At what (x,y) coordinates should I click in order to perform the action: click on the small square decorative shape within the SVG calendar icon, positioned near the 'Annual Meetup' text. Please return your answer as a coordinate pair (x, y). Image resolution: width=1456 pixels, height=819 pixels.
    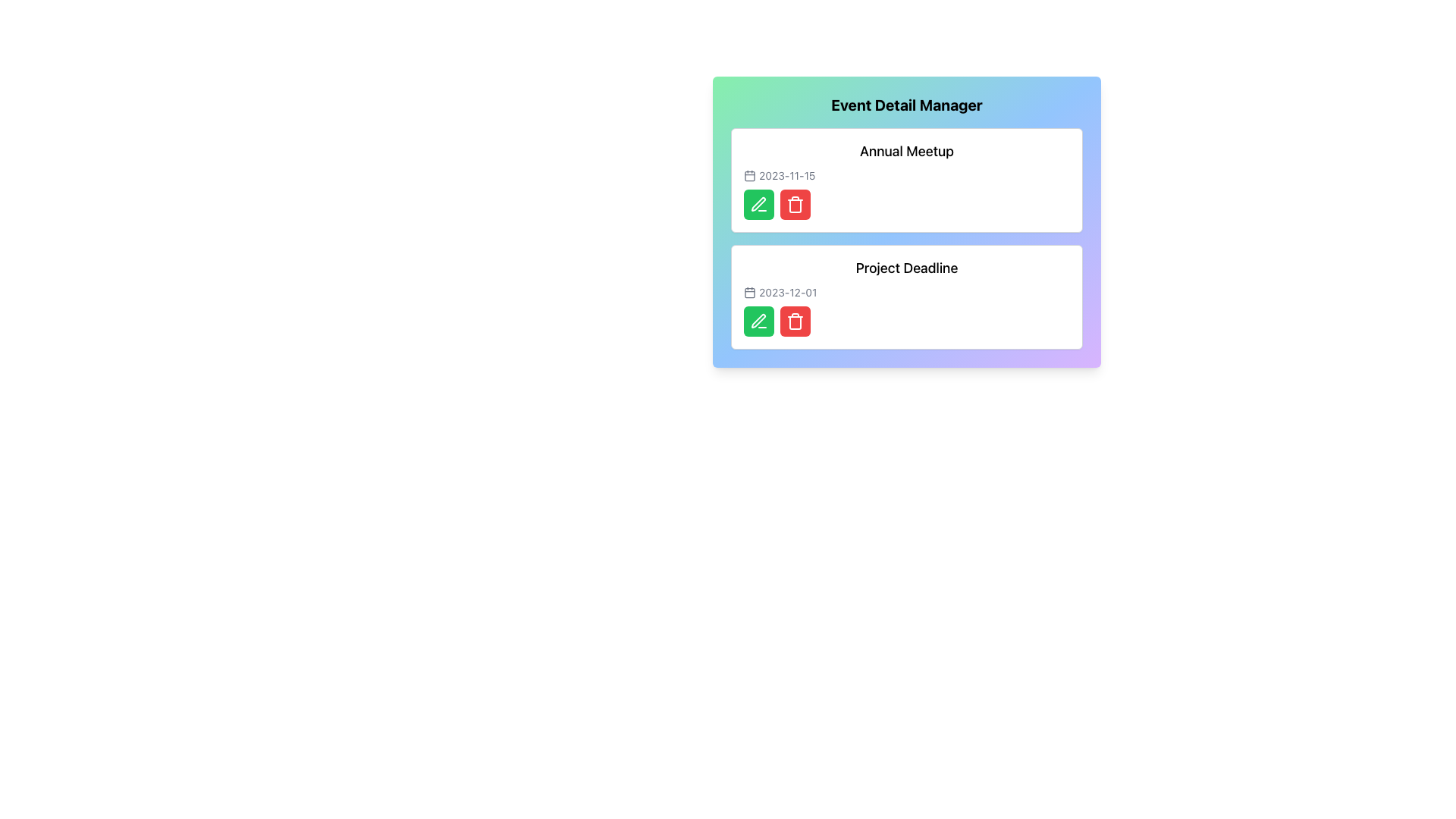
    Looking at the image, I should click on (749, 174).